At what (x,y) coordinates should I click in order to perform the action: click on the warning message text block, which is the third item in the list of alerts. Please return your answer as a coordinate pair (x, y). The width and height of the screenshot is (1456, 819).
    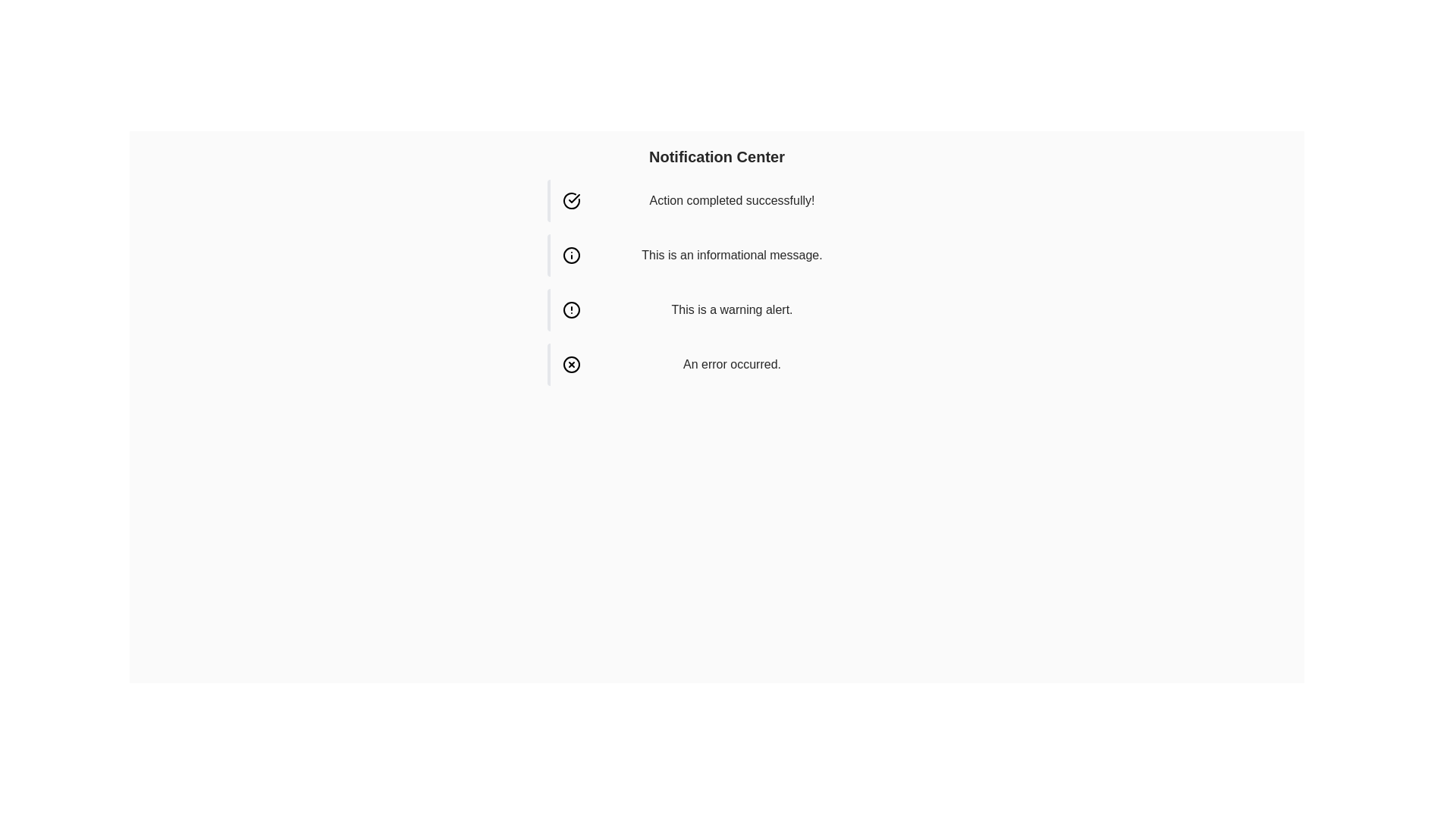
    Looking at the image, I should click on (732, 309).